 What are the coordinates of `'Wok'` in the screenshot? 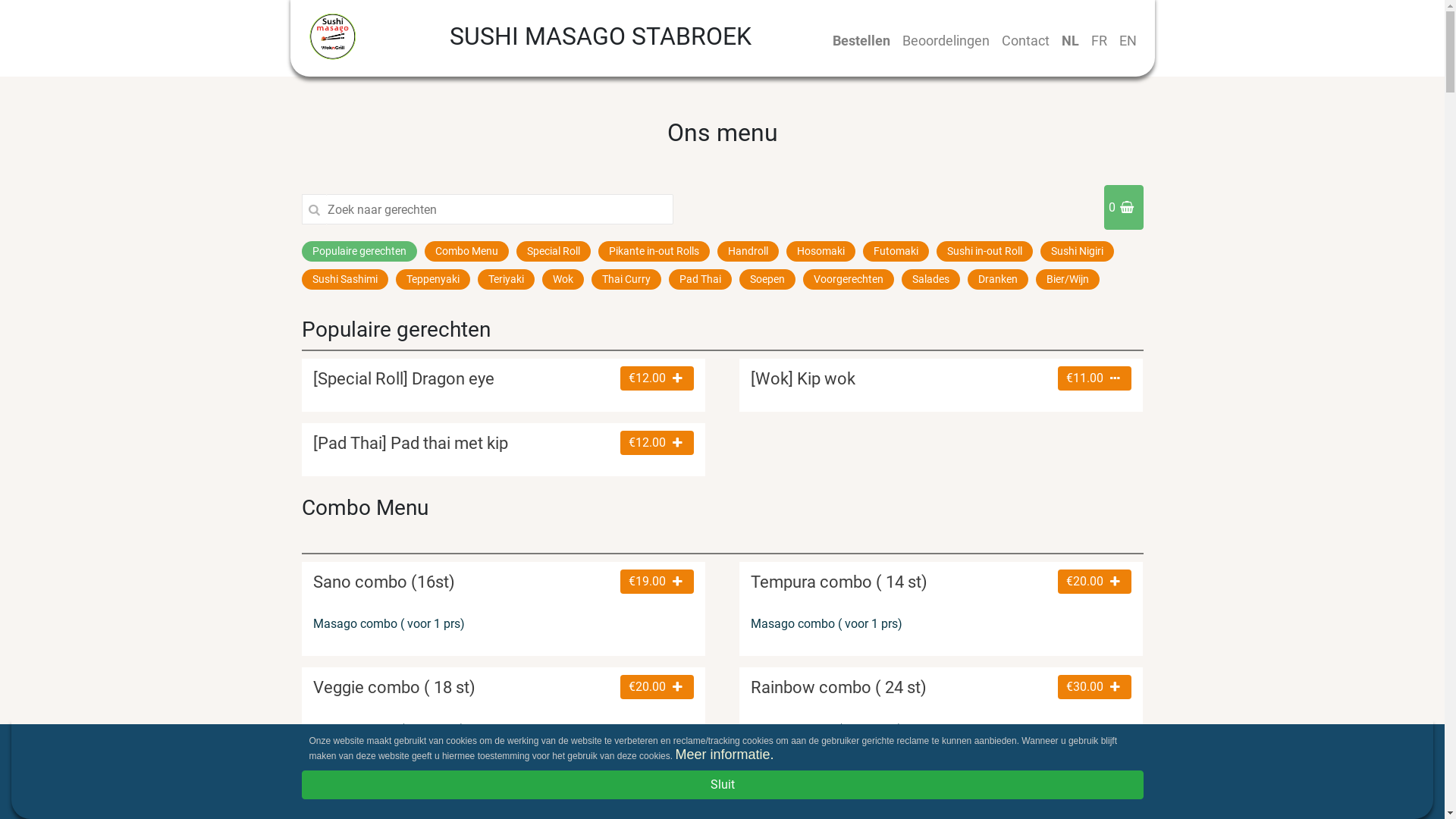 It's located at (561, 279).